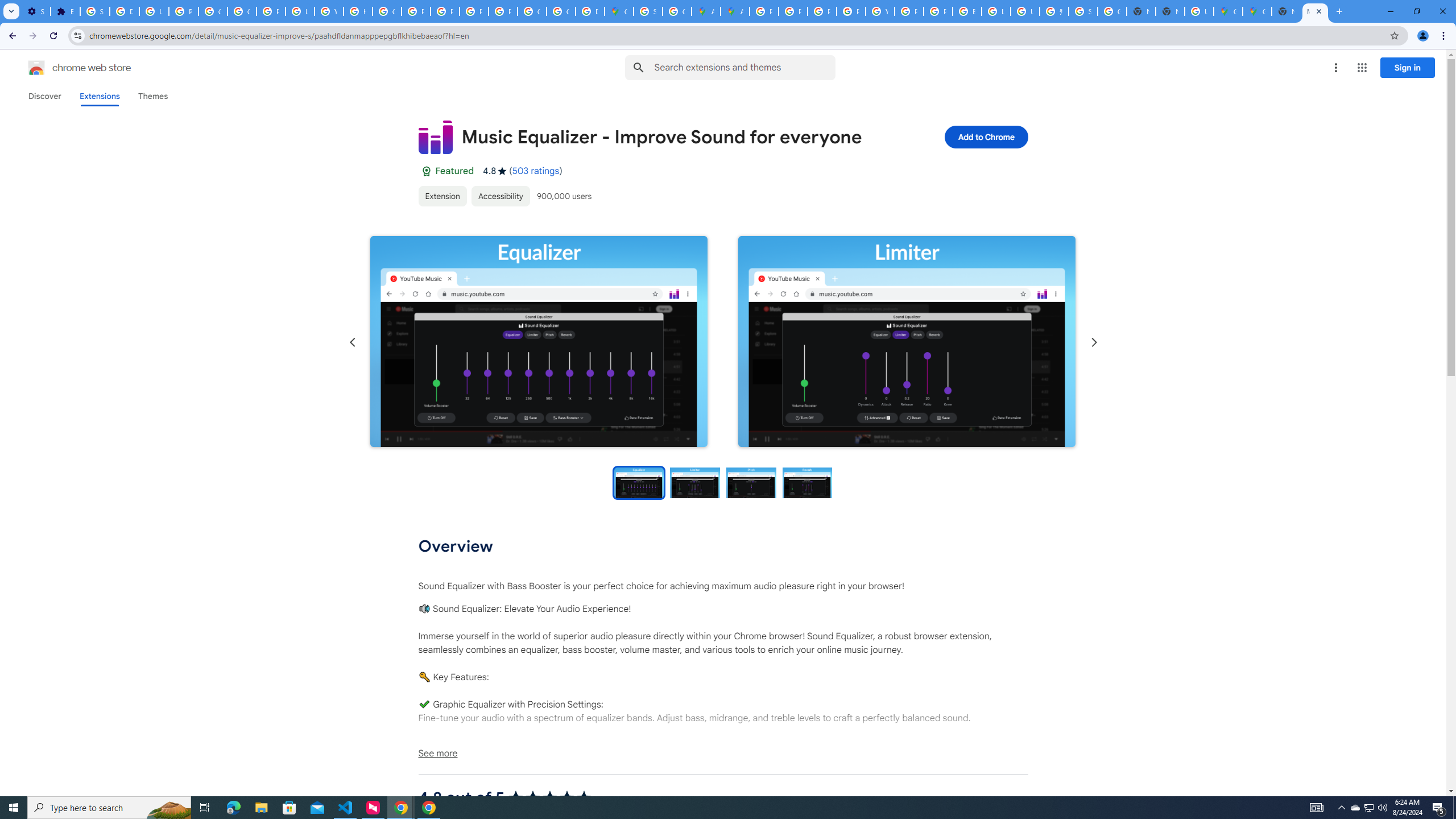  Describe the element at coordinates (1407, 67) in the screenshot. I see `'Sign in'` at that location.